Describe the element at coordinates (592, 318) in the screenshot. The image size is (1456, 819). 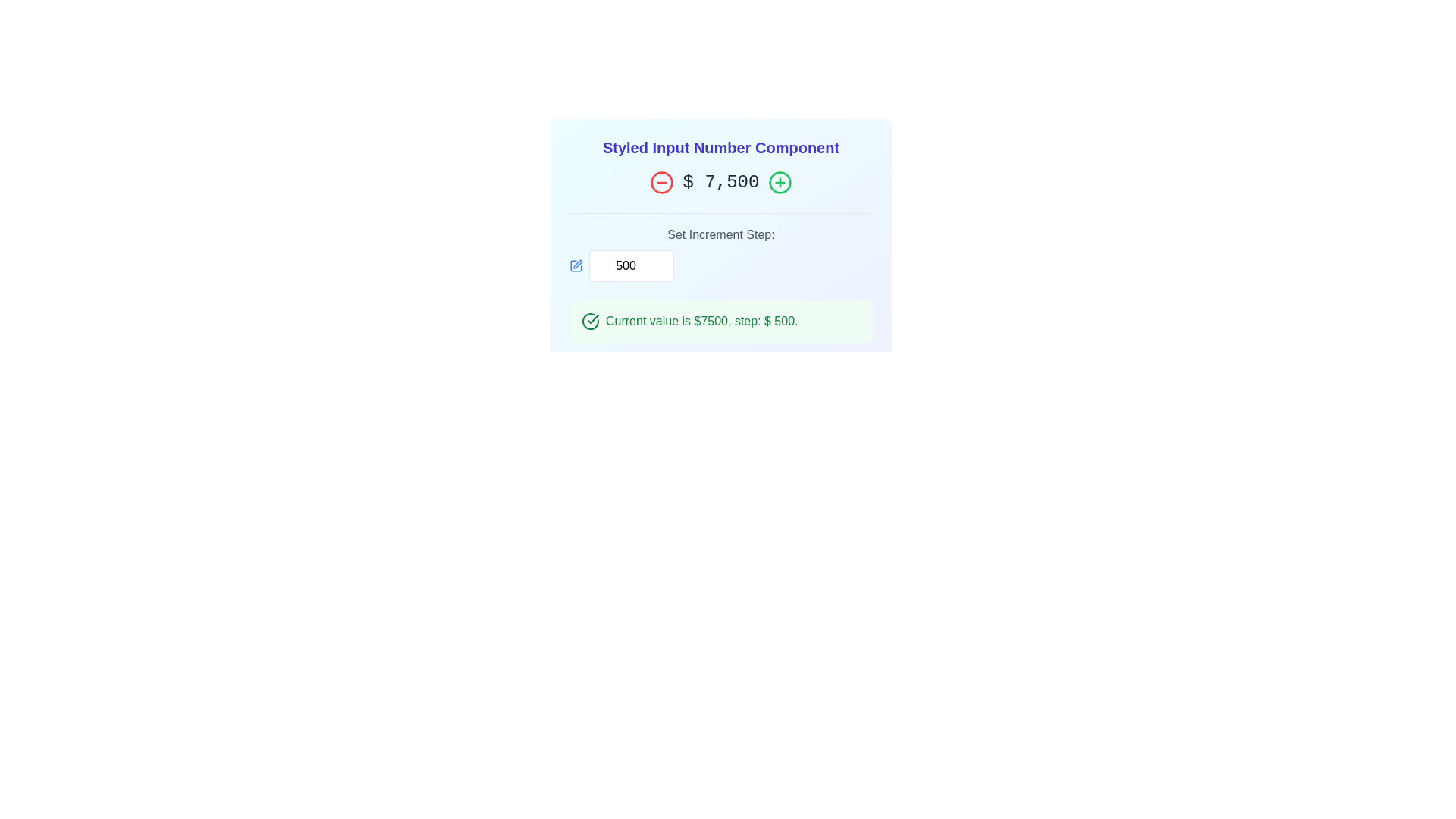
I see `the checkmark icon within the SVG graphic that indicates the validation of the statement 'Current value is $7500, step: $500.'` at that location.